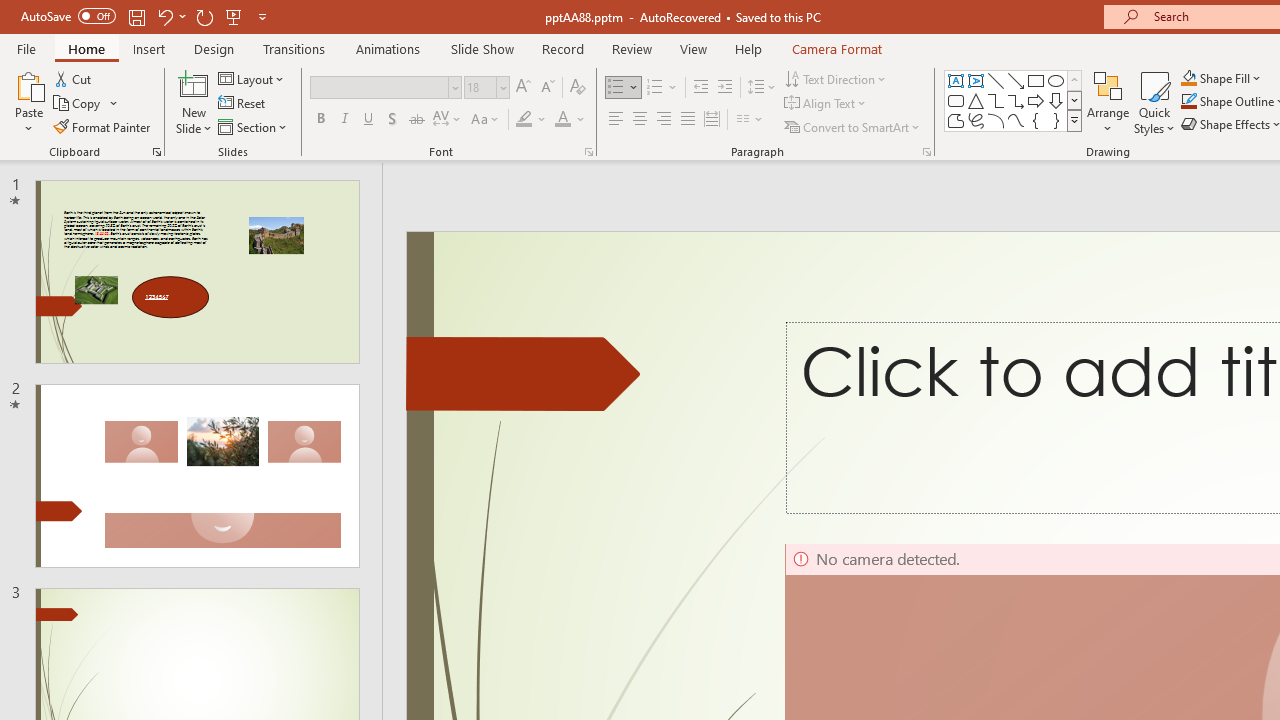 The image size is (1280, 720). What do you see at coordinates (1107, 103) in the screenshot?
I see `'Arrange'` at bounding box center [1107, 103].